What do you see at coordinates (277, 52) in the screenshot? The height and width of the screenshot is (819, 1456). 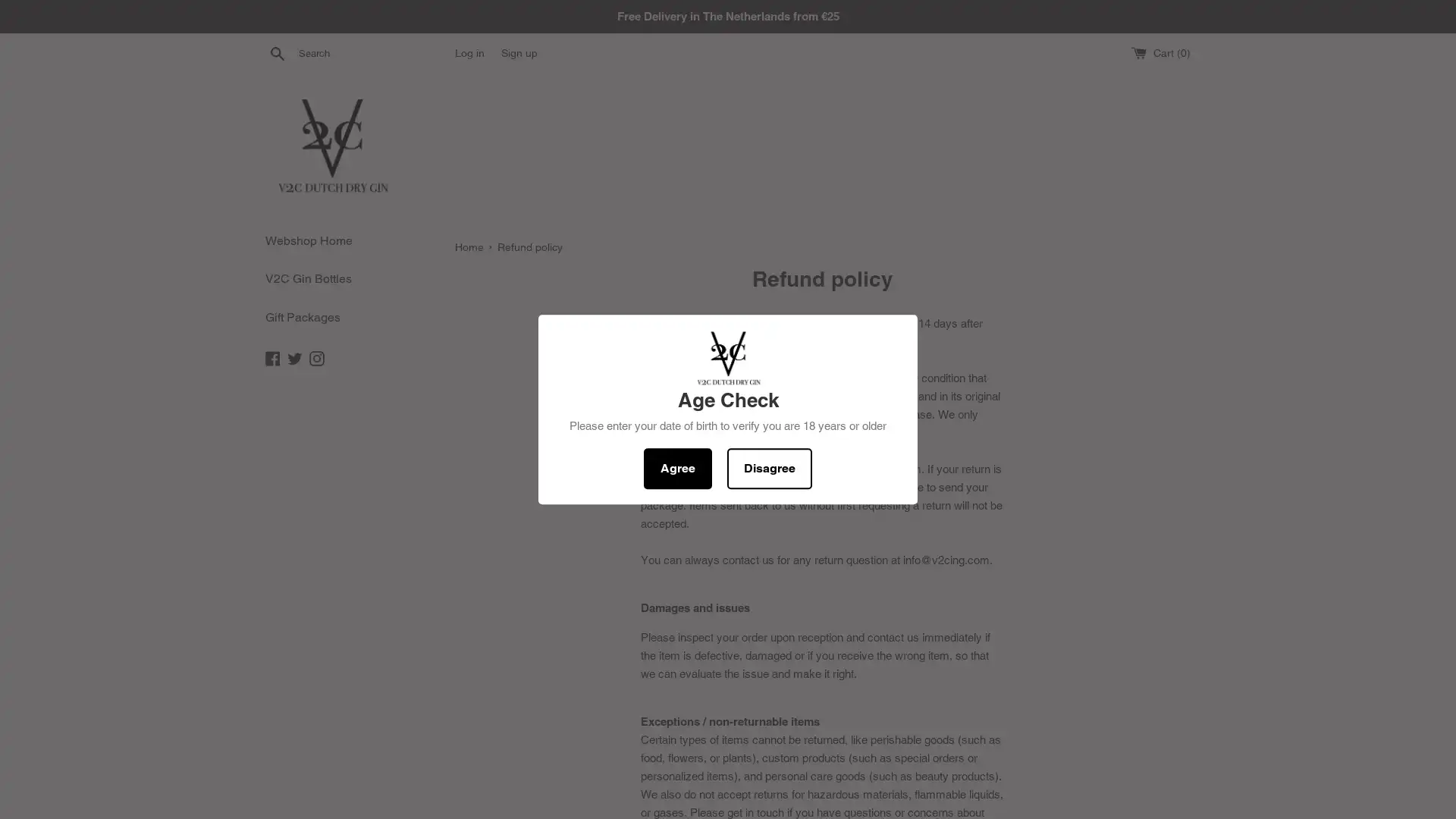 I see `Search` at bounding box center [277, 52].